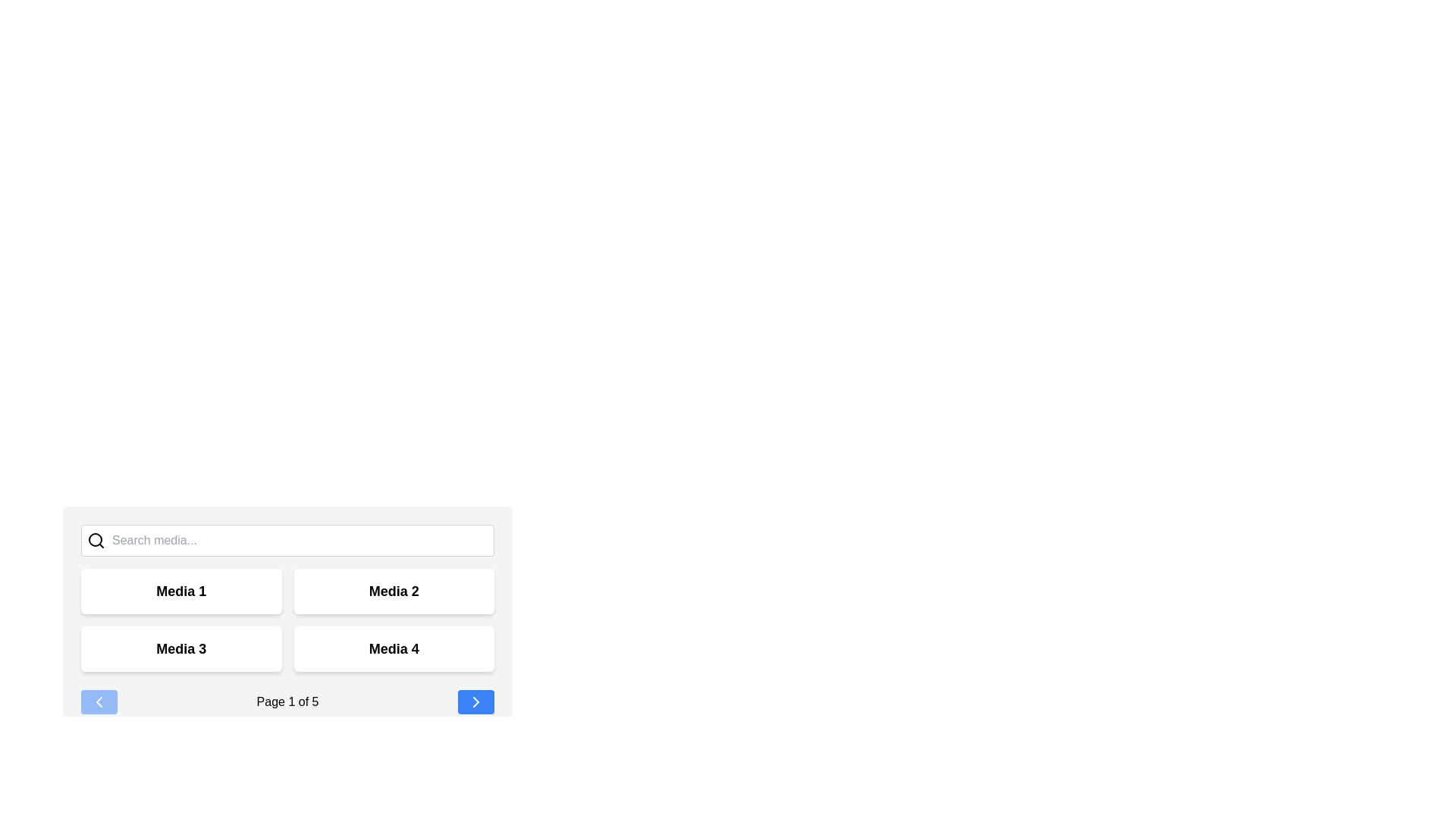 This screenshot has height=819, width=1456. What do you see at coordinates (287, 701) in the screenshot?
I see `text displayed in the text label showing 'Page 1 of 5', which is centrally located at the bottom section of the layout` at bounding box center [287, 701].